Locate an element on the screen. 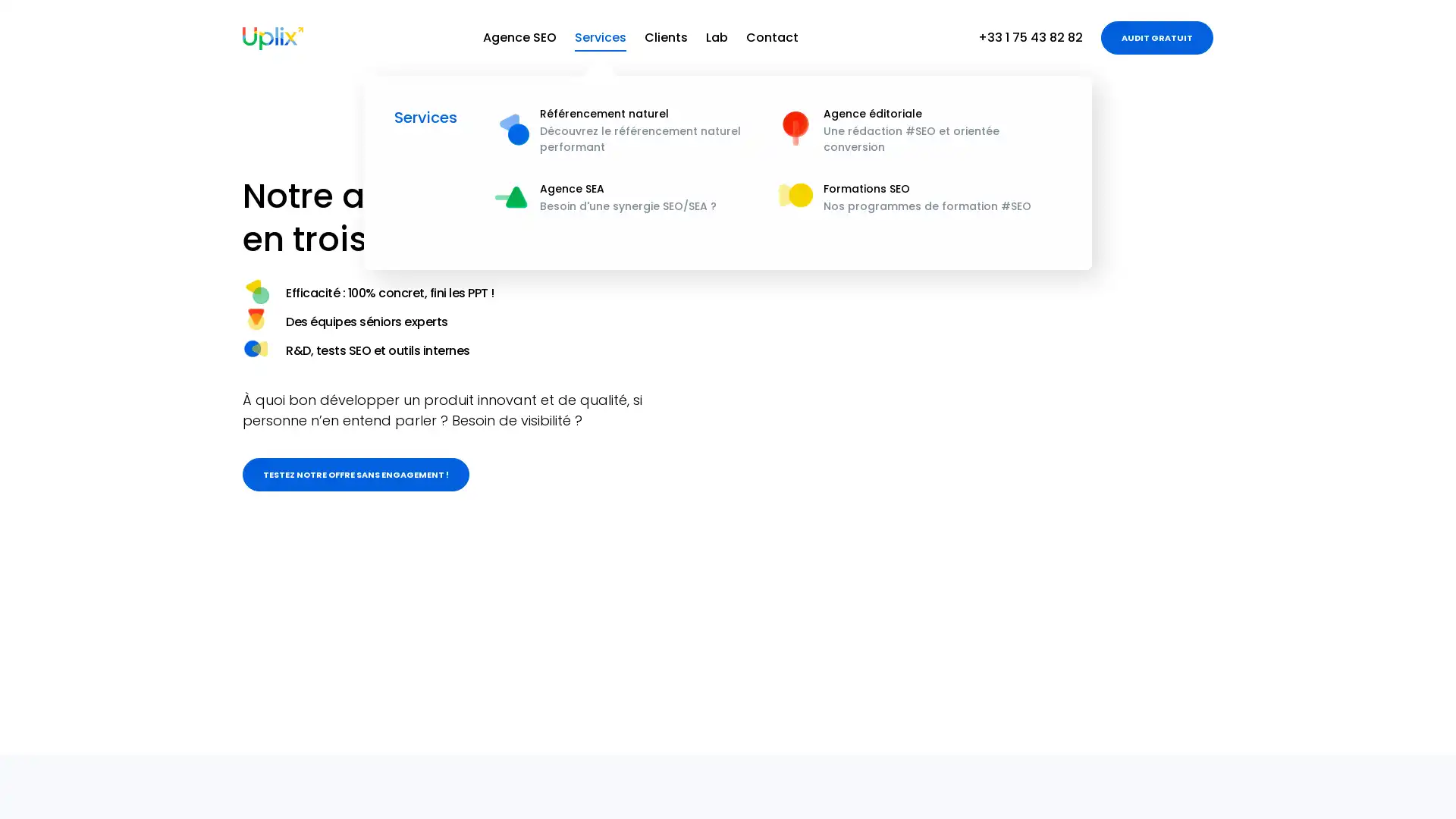  Fermer is located at coordinates (1409, 789).